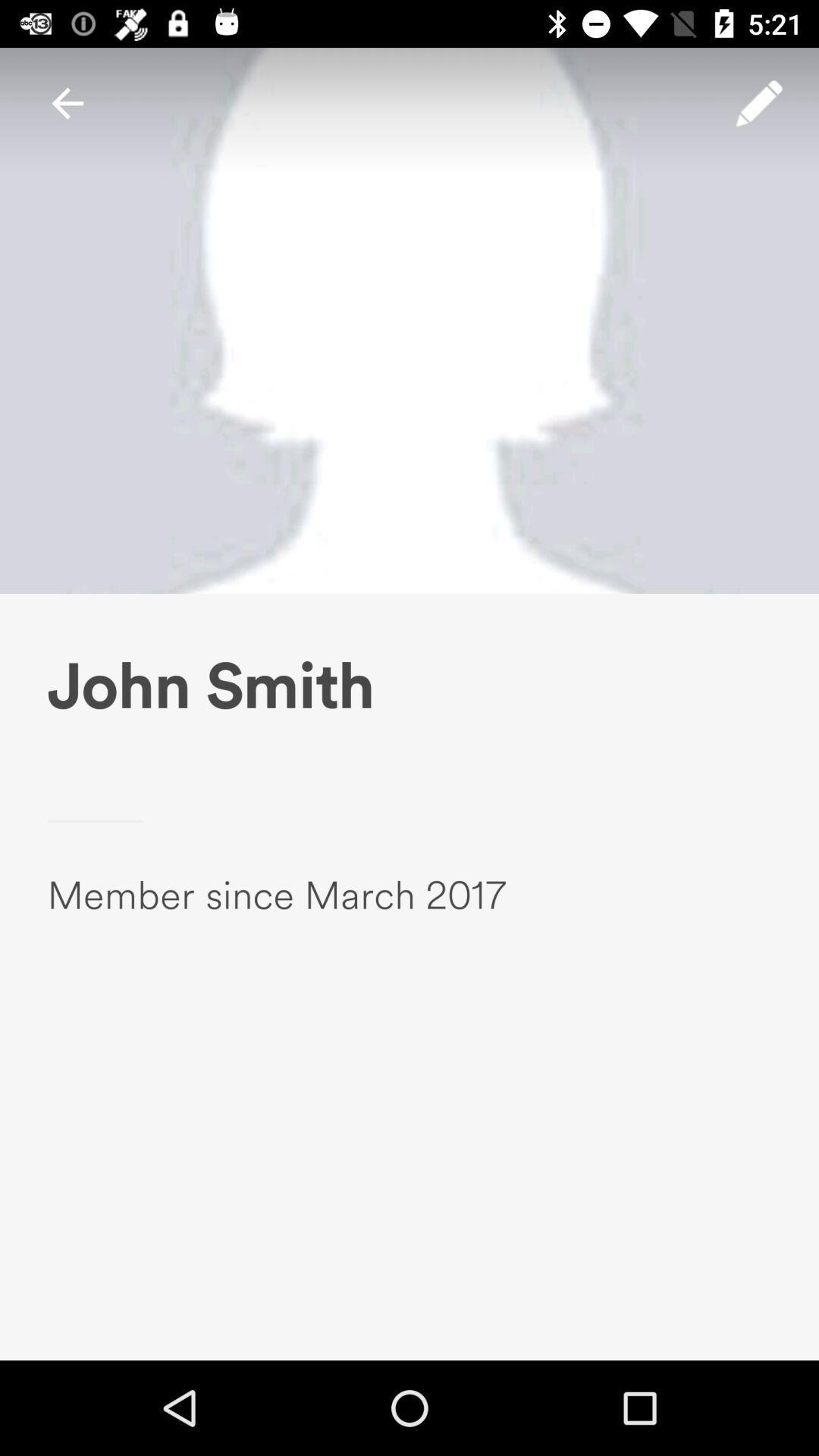  Describe the element at coordinates (67, 102) in the screenshot. I see `item above john smith icon` at that location.